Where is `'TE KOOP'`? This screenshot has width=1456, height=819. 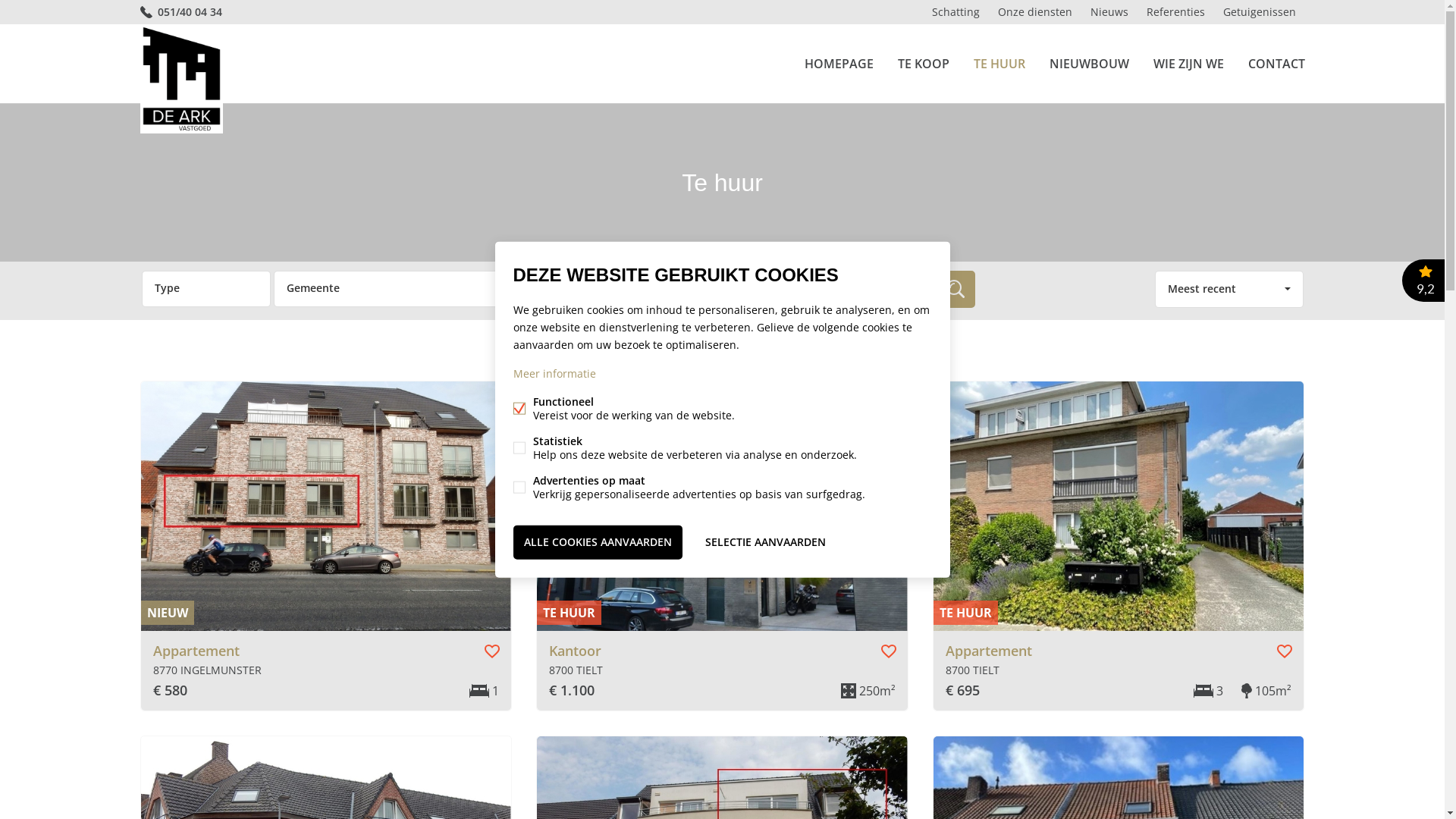 'TE KOOP' is located at coordinates (923, 63).